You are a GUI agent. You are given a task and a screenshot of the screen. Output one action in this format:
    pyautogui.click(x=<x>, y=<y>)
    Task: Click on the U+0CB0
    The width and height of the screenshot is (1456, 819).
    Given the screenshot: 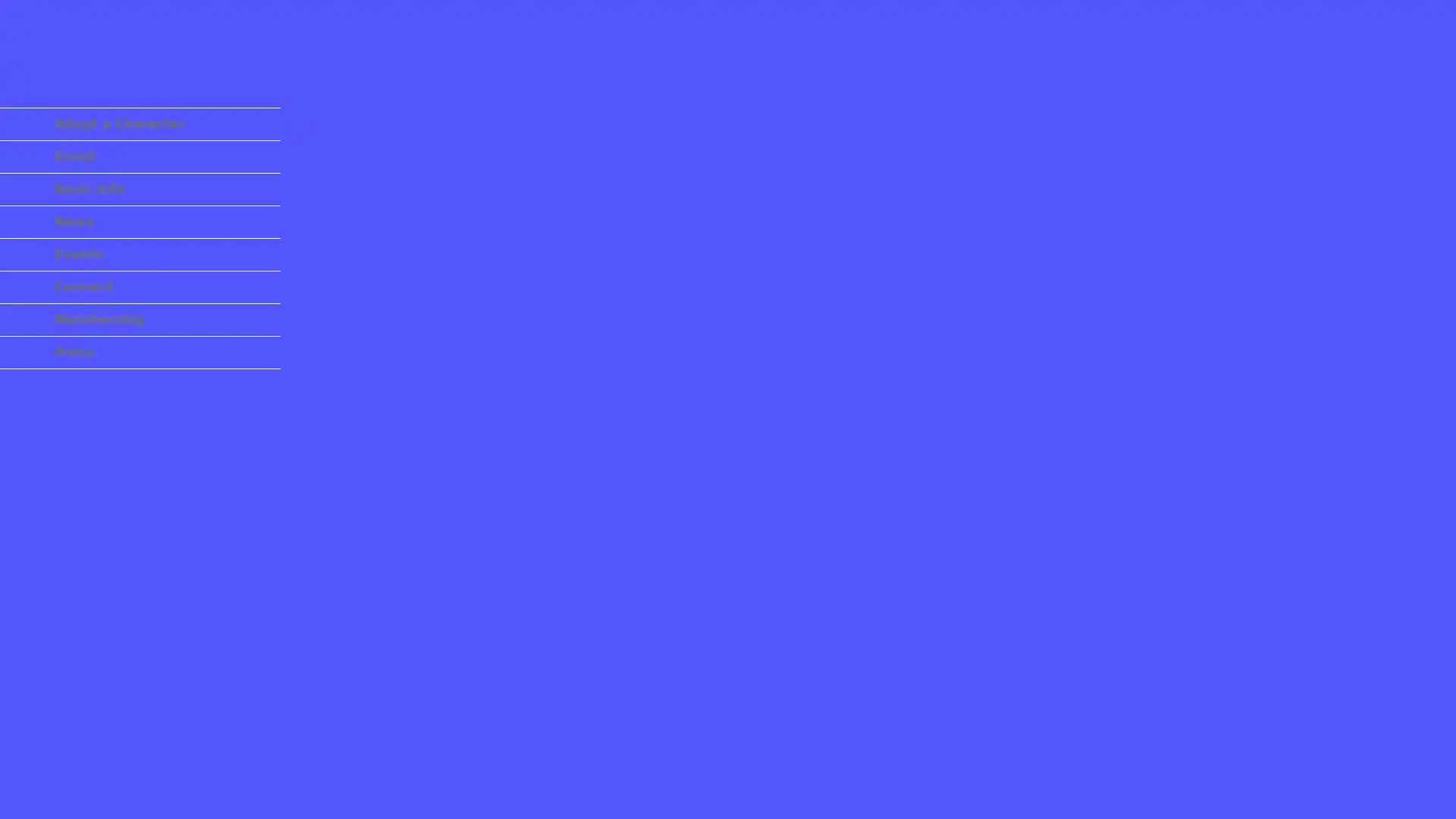 What is the action you would take?
    pyautogui.click(x=451, y=292)
    